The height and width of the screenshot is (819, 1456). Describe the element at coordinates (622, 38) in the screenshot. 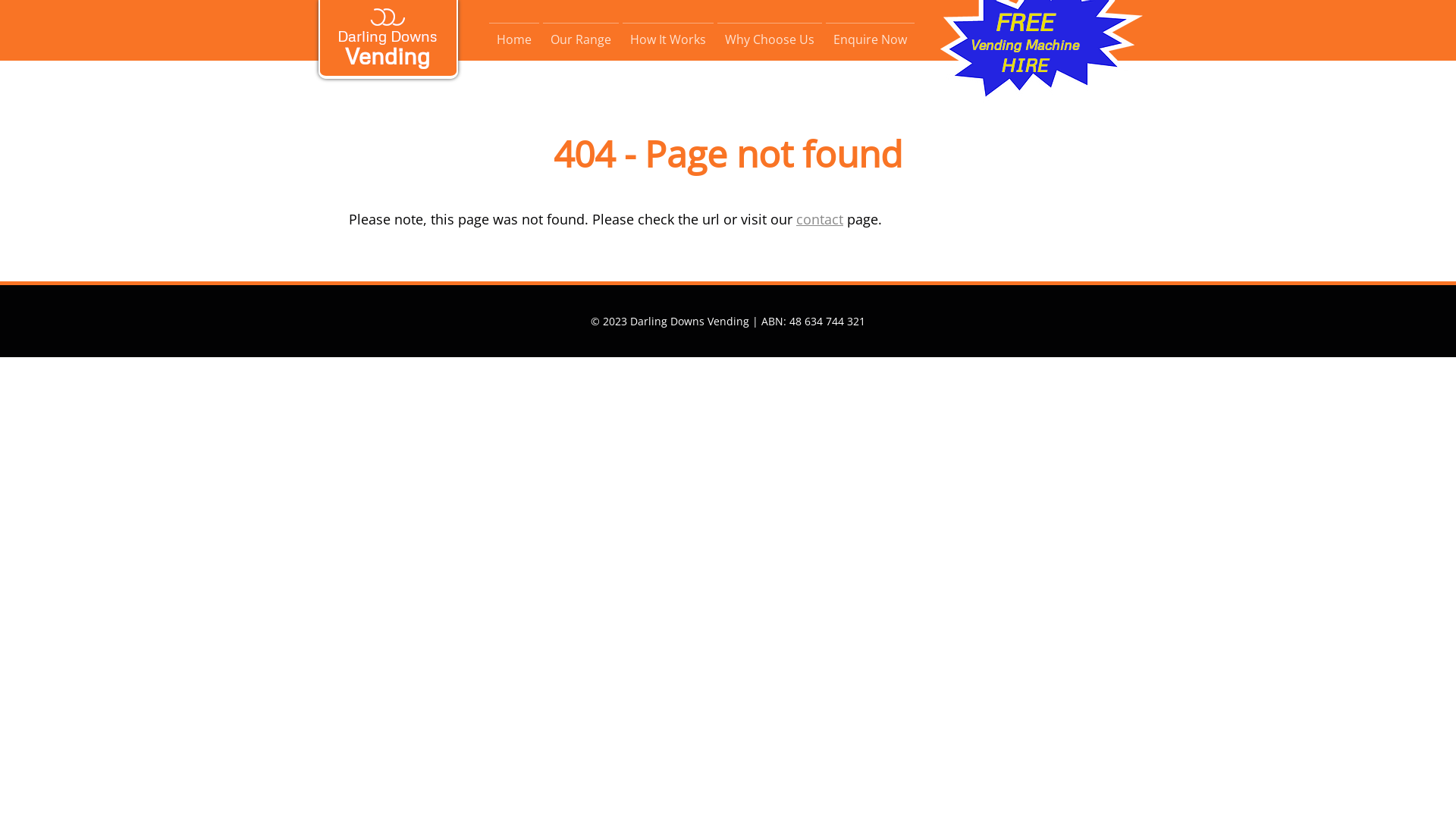

I see `'How It Works'` at that location.